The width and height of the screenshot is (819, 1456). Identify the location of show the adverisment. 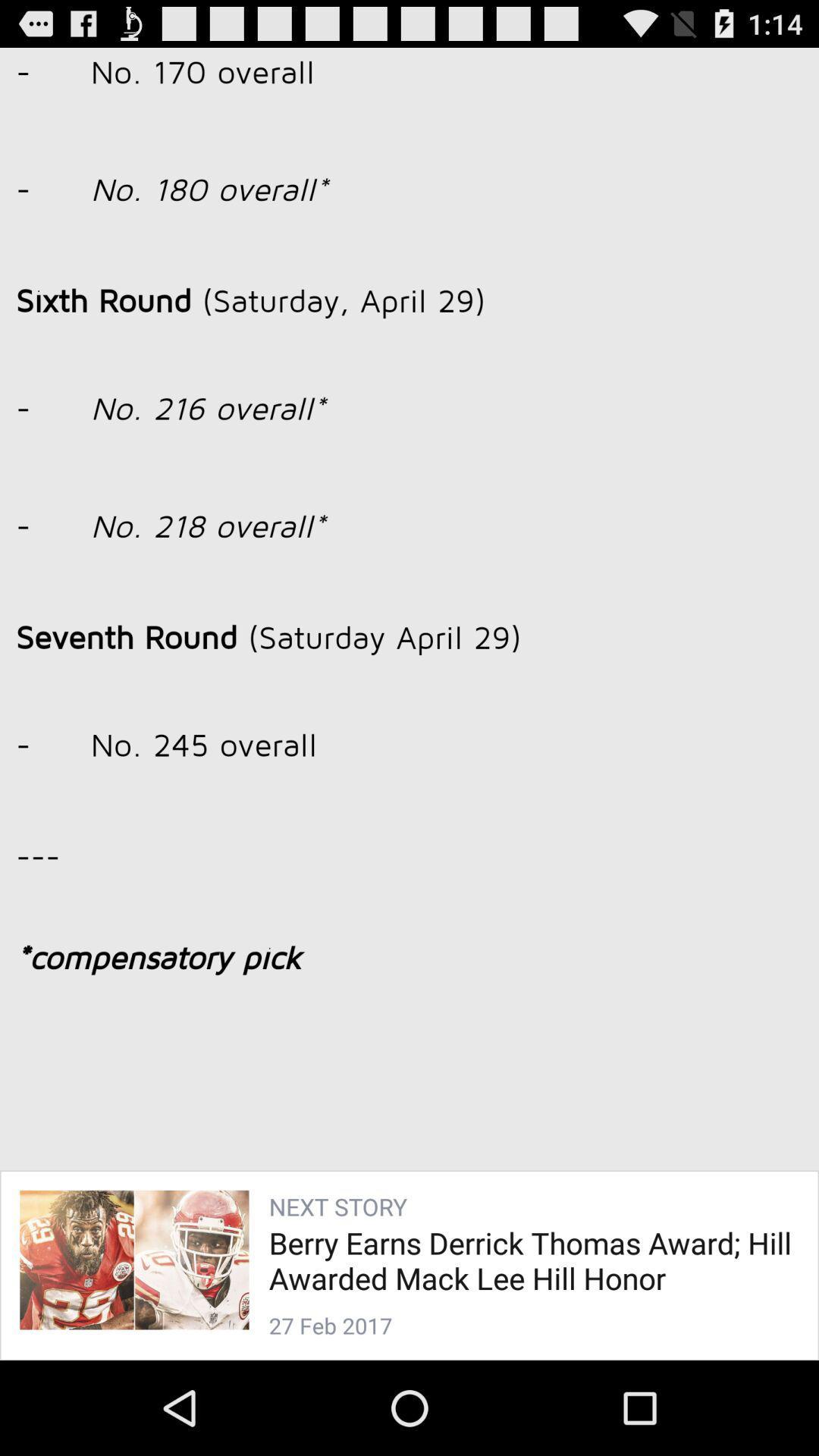
(409, 683).